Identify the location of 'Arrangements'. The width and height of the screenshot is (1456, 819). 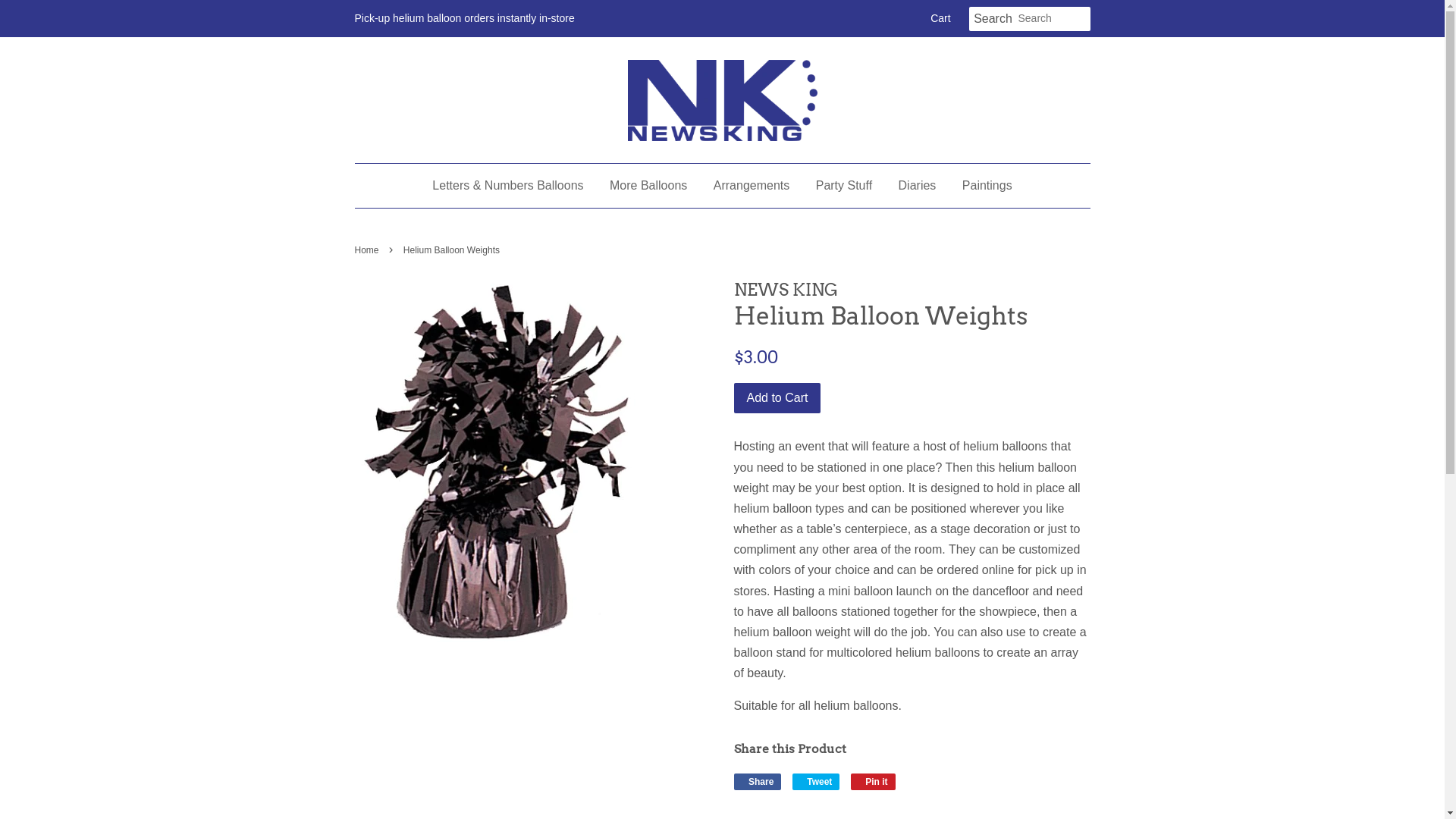
(752, 184).